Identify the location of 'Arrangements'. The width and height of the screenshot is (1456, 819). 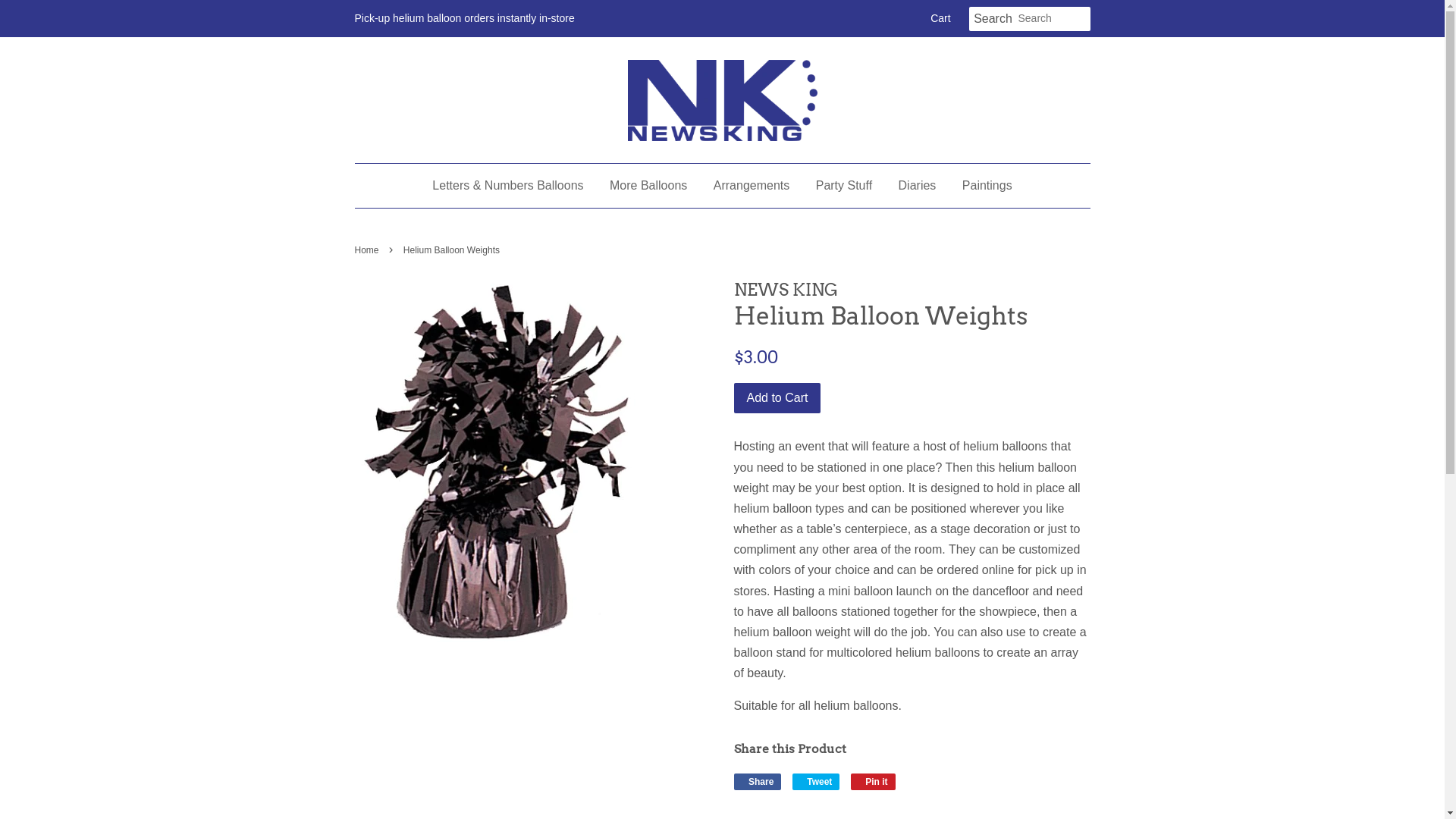
(752, 184).